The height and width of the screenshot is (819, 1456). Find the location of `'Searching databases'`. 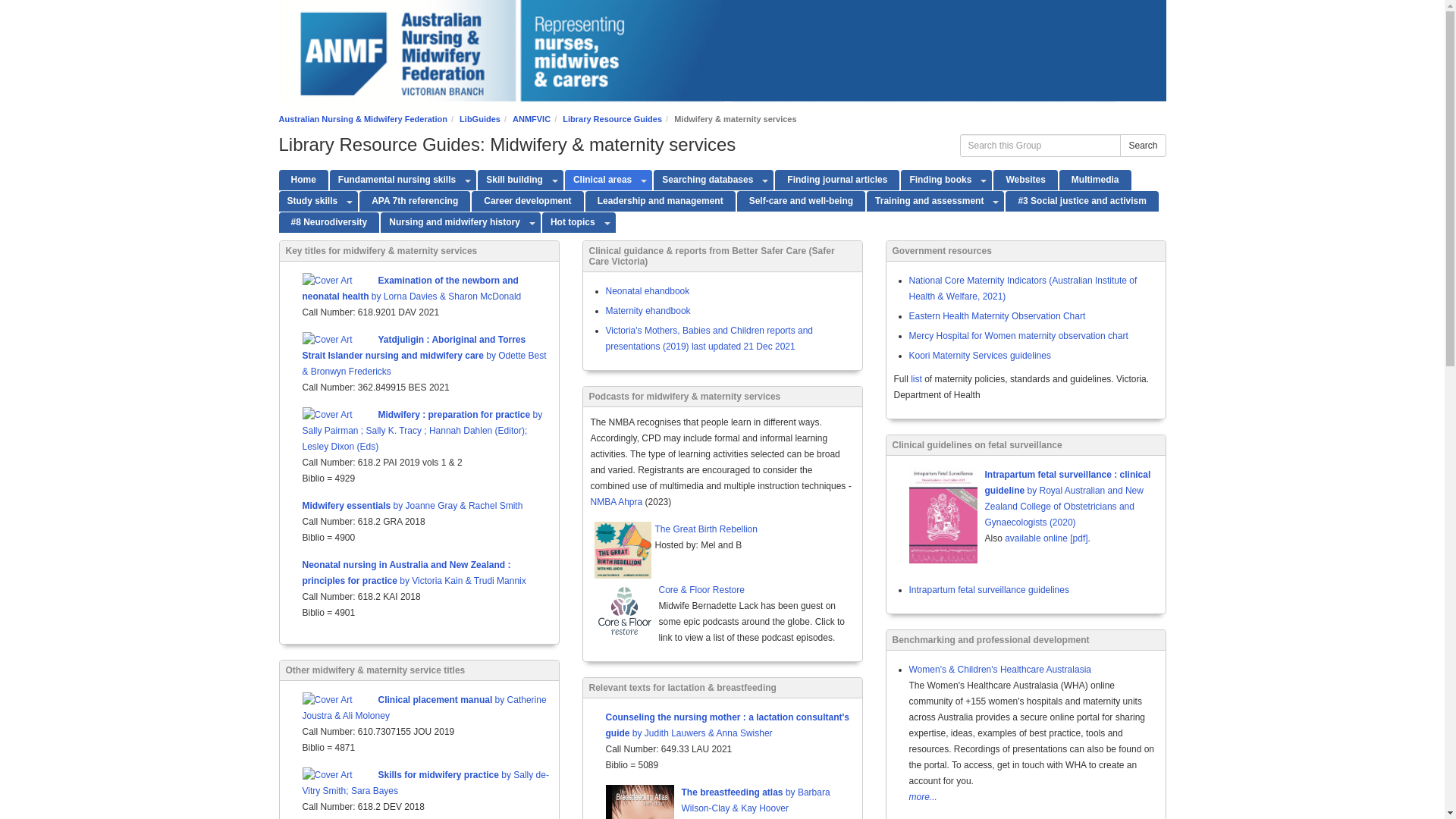

'Searching databases' is located at coordinates (654, 179).